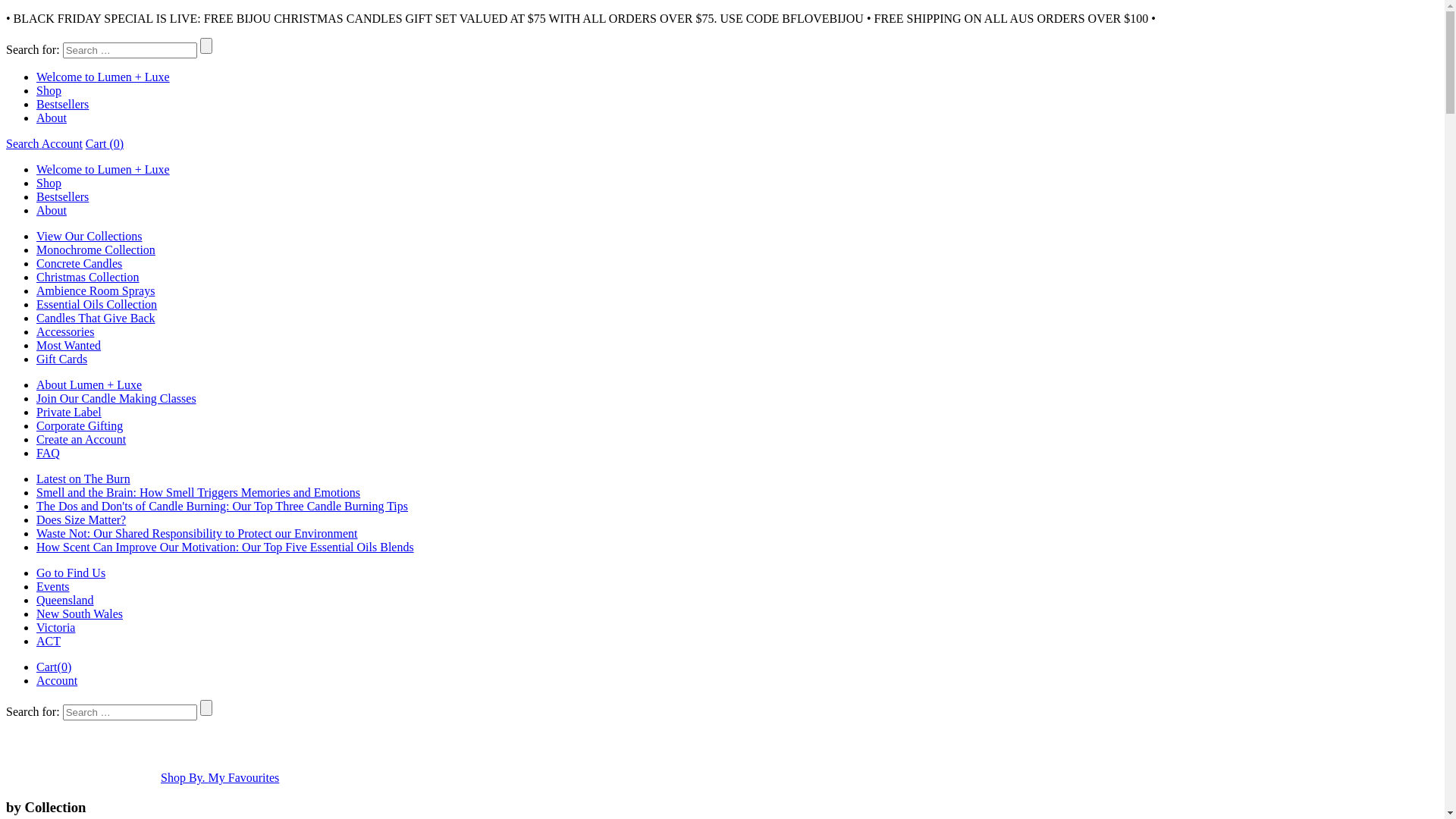  Describe the element at coordinates (48, 641) in the screenshot. I see `'ACT'` at that location.